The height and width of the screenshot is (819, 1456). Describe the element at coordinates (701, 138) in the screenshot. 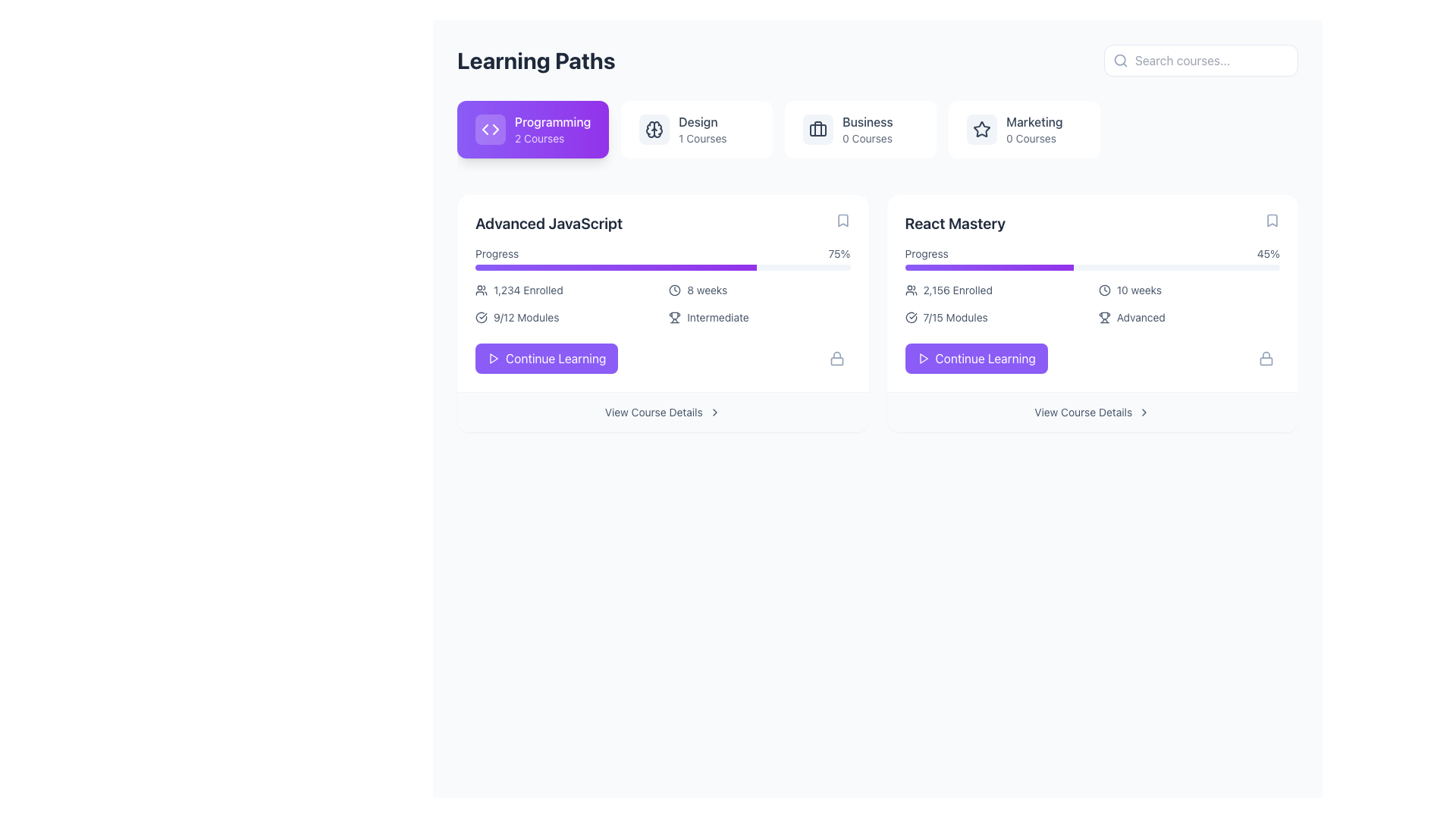

I see `the text display indicating the number of courses available under the 'Design' category, located beneath the 'Design' label in the upper row of the interface` at that location.